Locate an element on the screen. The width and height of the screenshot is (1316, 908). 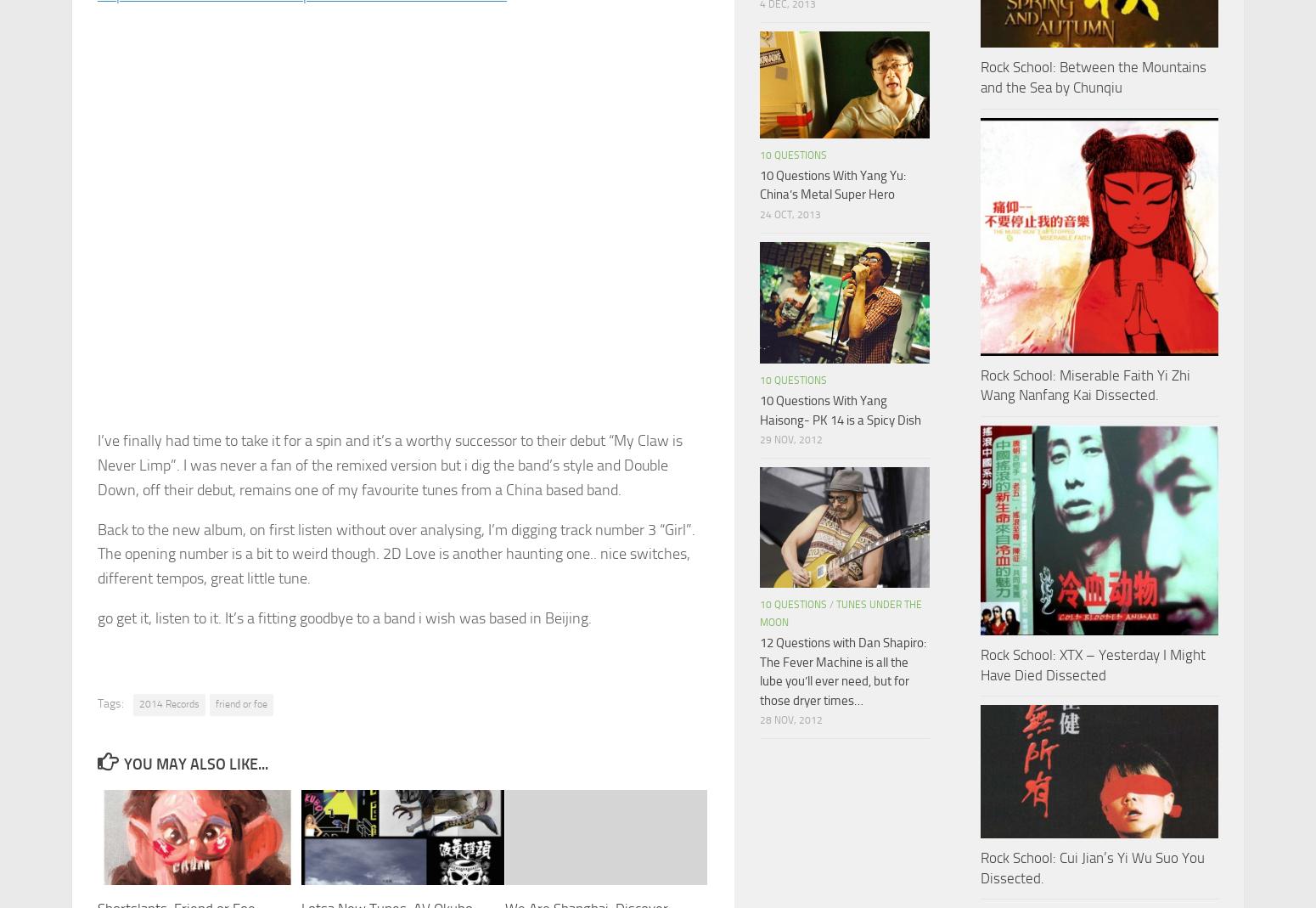
'Rock School: Between the Mountains and the Sea by Chunqiu' is located at coordinates (1093, 76).